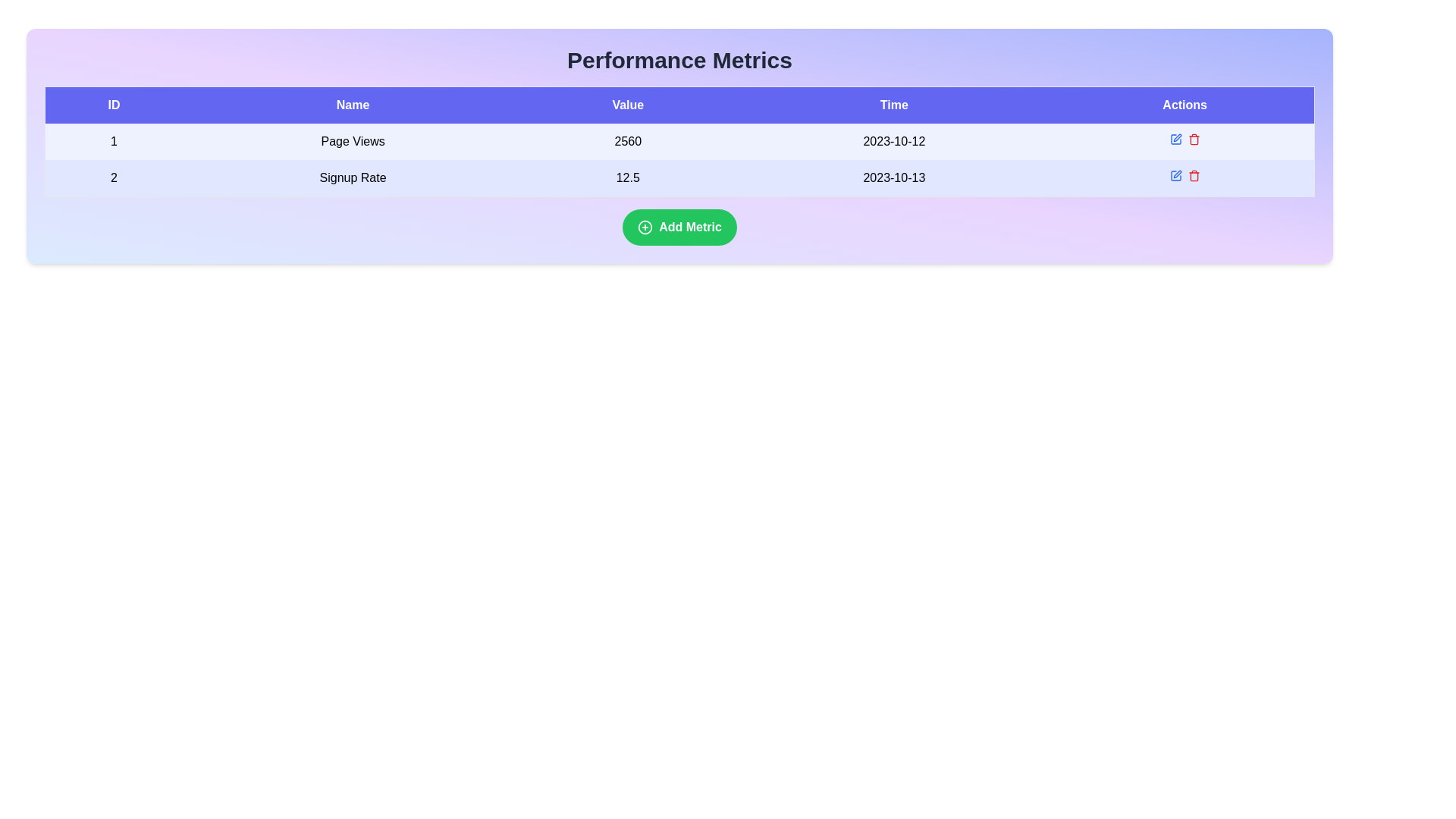 The height and width of the screenshot is (819, 1456). I want to click on the 'Actions' table header cell, which is the last column header in the table, located at the top right corner adjacent to the 'Time' column, so click(1184, 104).